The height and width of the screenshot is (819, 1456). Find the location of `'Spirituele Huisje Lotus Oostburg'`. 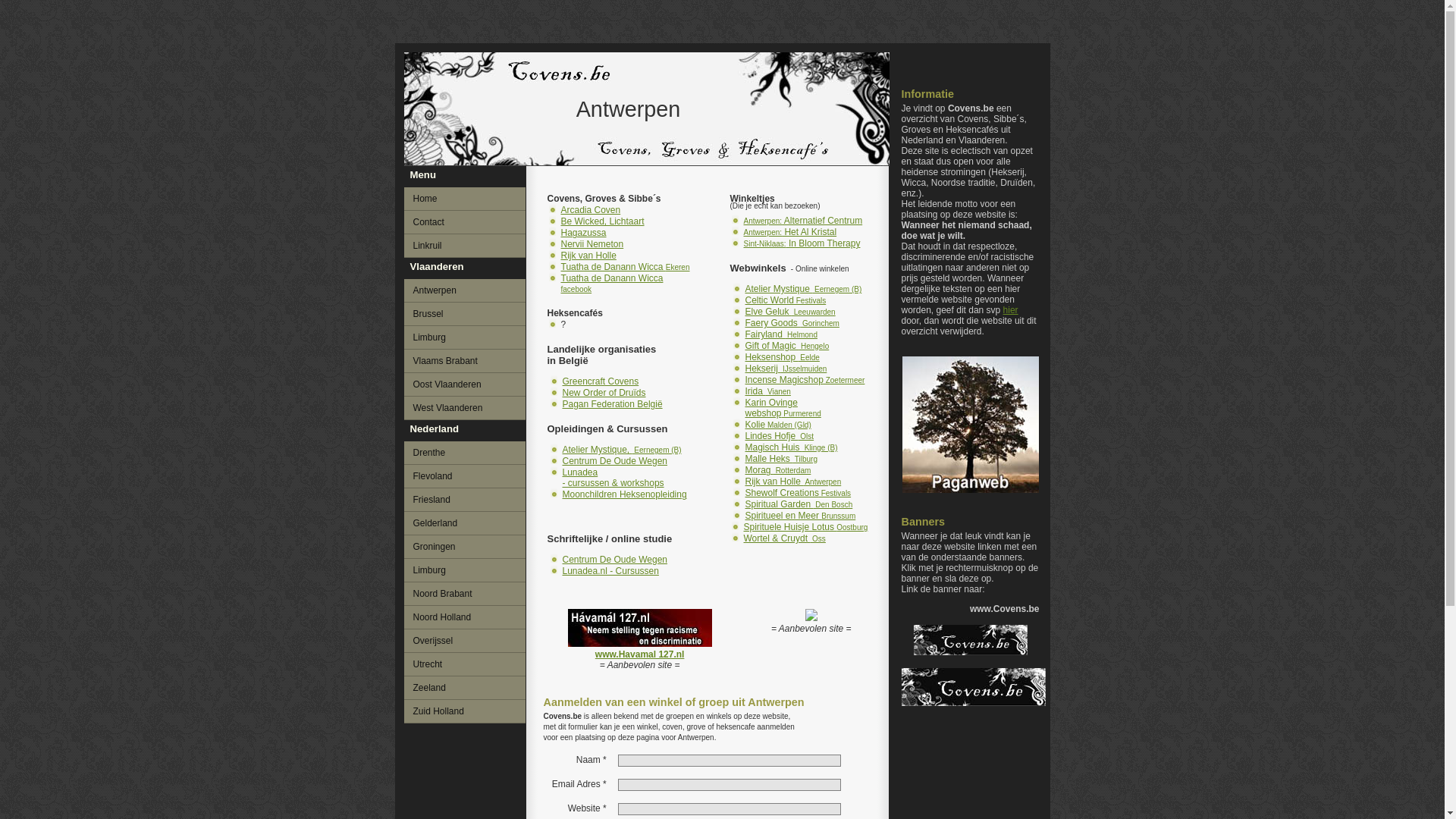

'Spirituele Huisje Lotus Oostburg' is located at coordinates (804, 526).